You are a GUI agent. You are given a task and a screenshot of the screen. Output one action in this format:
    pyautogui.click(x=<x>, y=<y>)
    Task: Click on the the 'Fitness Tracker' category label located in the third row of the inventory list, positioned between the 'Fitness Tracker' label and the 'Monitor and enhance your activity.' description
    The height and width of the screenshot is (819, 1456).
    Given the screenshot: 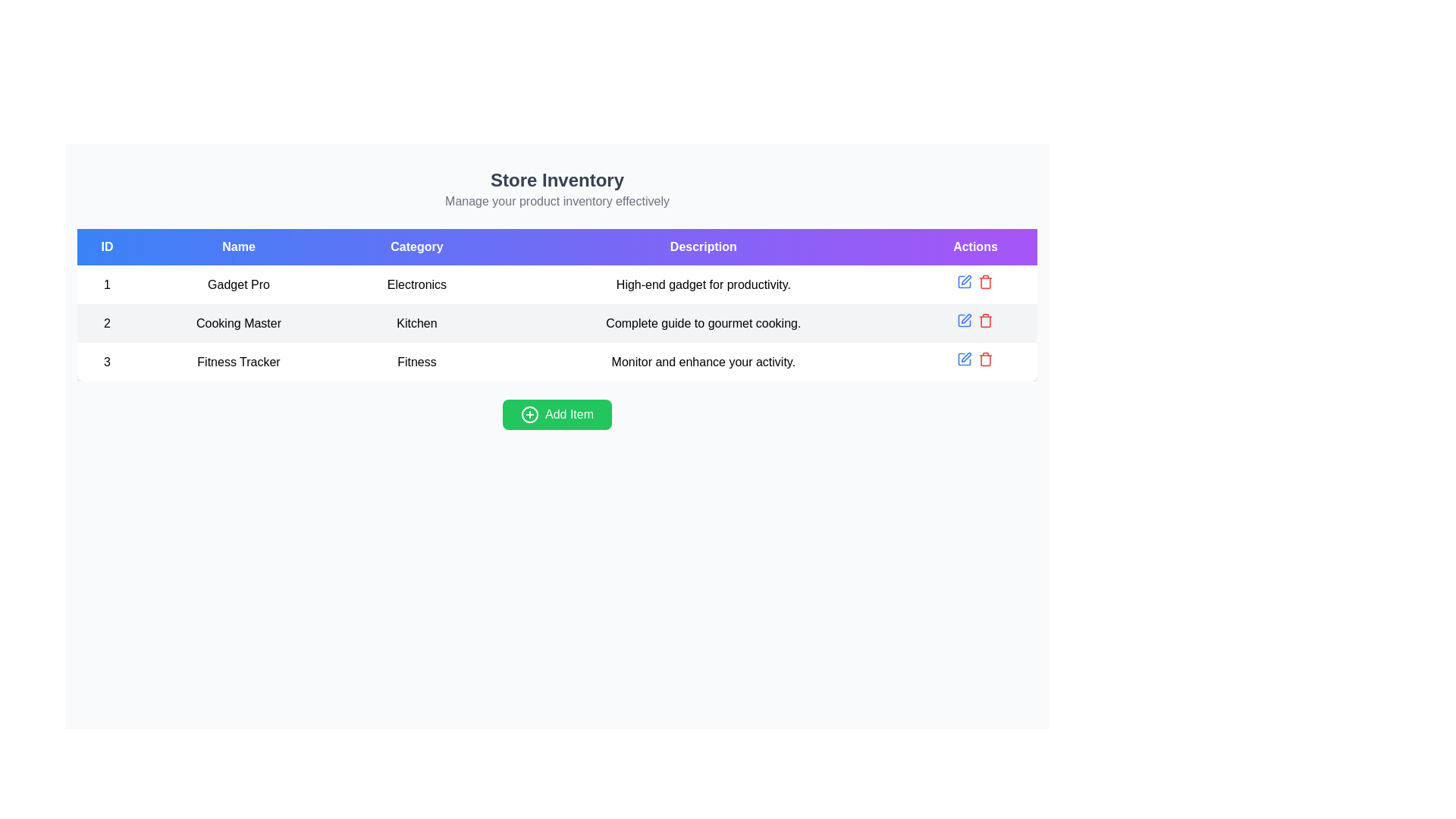 What is the action you would take?
    pyautogui.click(x=416, y=362)
    